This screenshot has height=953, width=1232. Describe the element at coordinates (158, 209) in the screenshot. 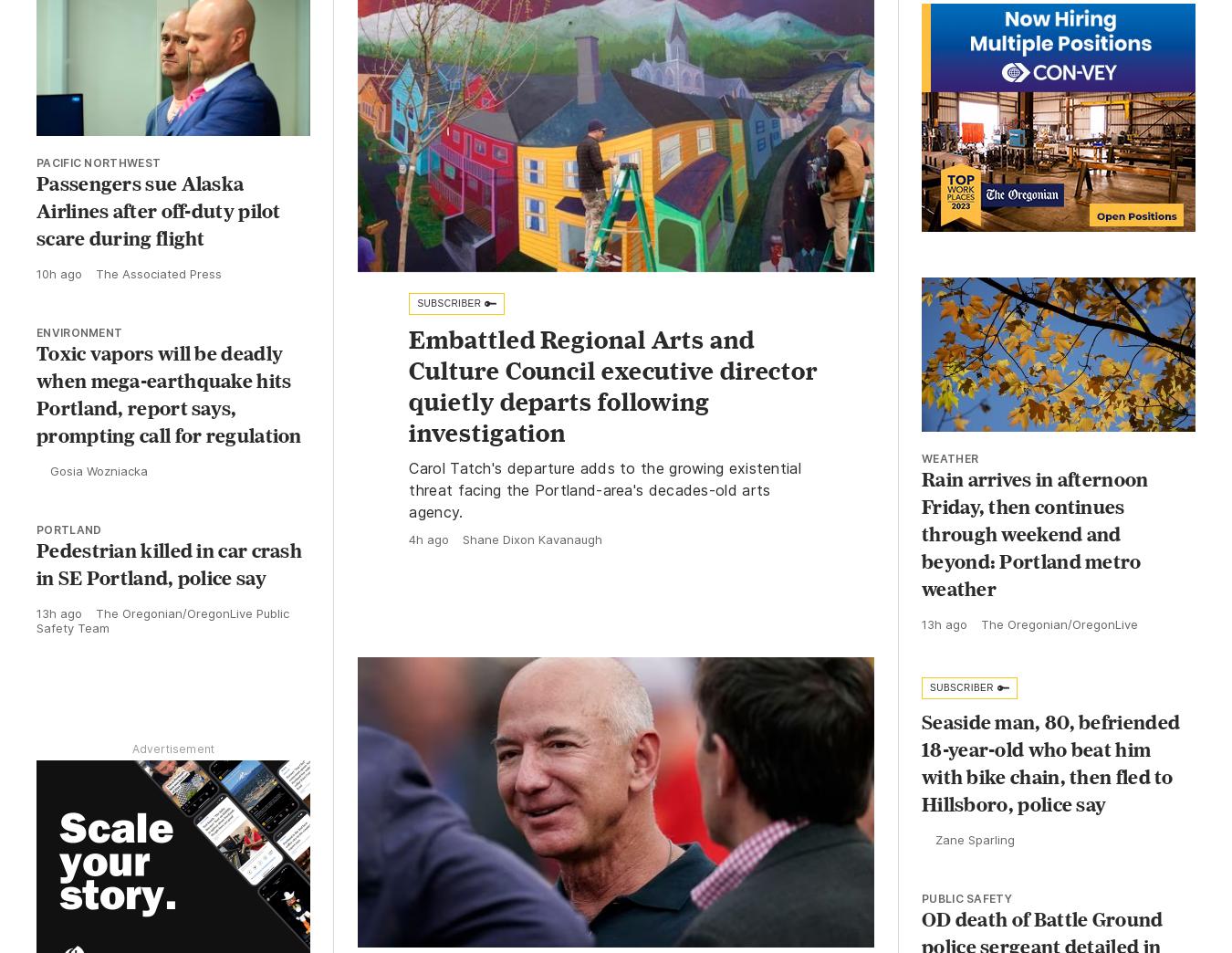

I see `'Passengers sue Alaska Airlines after off-duty pilot scare during flight'` at that location.